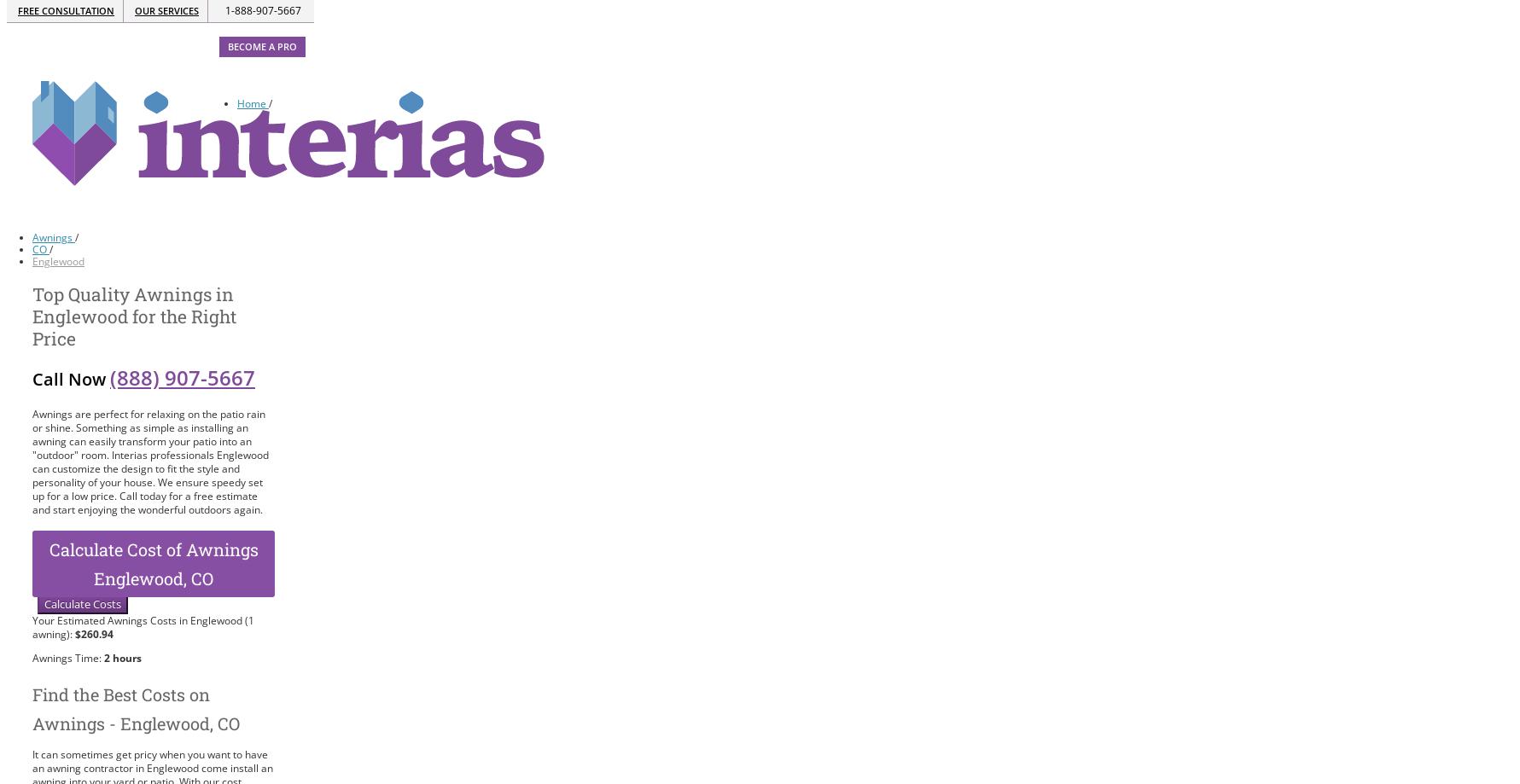 This screenshot has height=784, width=1520. What do you see at coordinates (52, 236) in the screenshot?
I see `'Awnings'` at bounding box center [52, 236].